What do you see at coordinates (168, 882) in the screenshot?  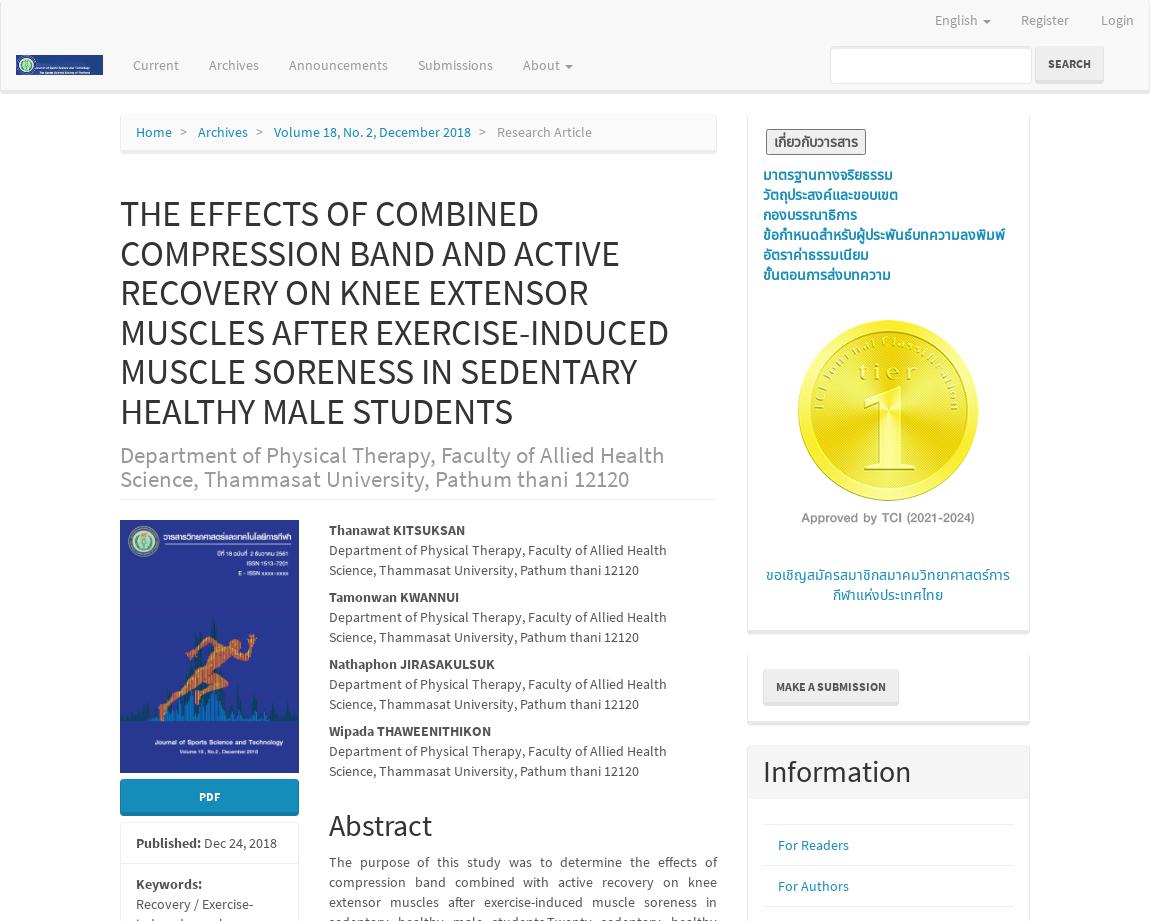 I see `'Keywords:'` at bounding box center [168, 882].